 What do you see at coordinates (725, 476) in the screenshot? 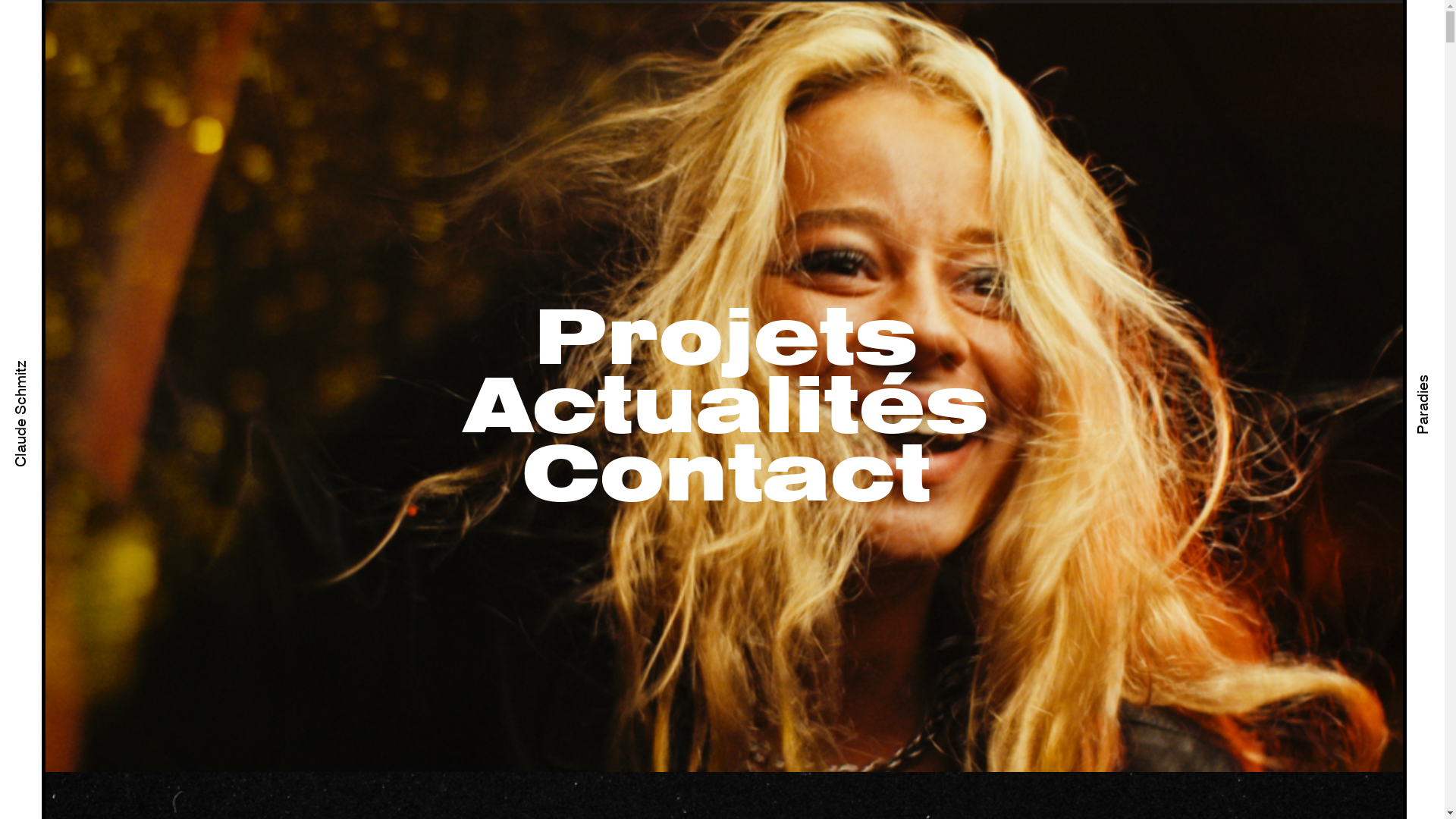
I see `'Contact'` at bounding box center [725, 476].